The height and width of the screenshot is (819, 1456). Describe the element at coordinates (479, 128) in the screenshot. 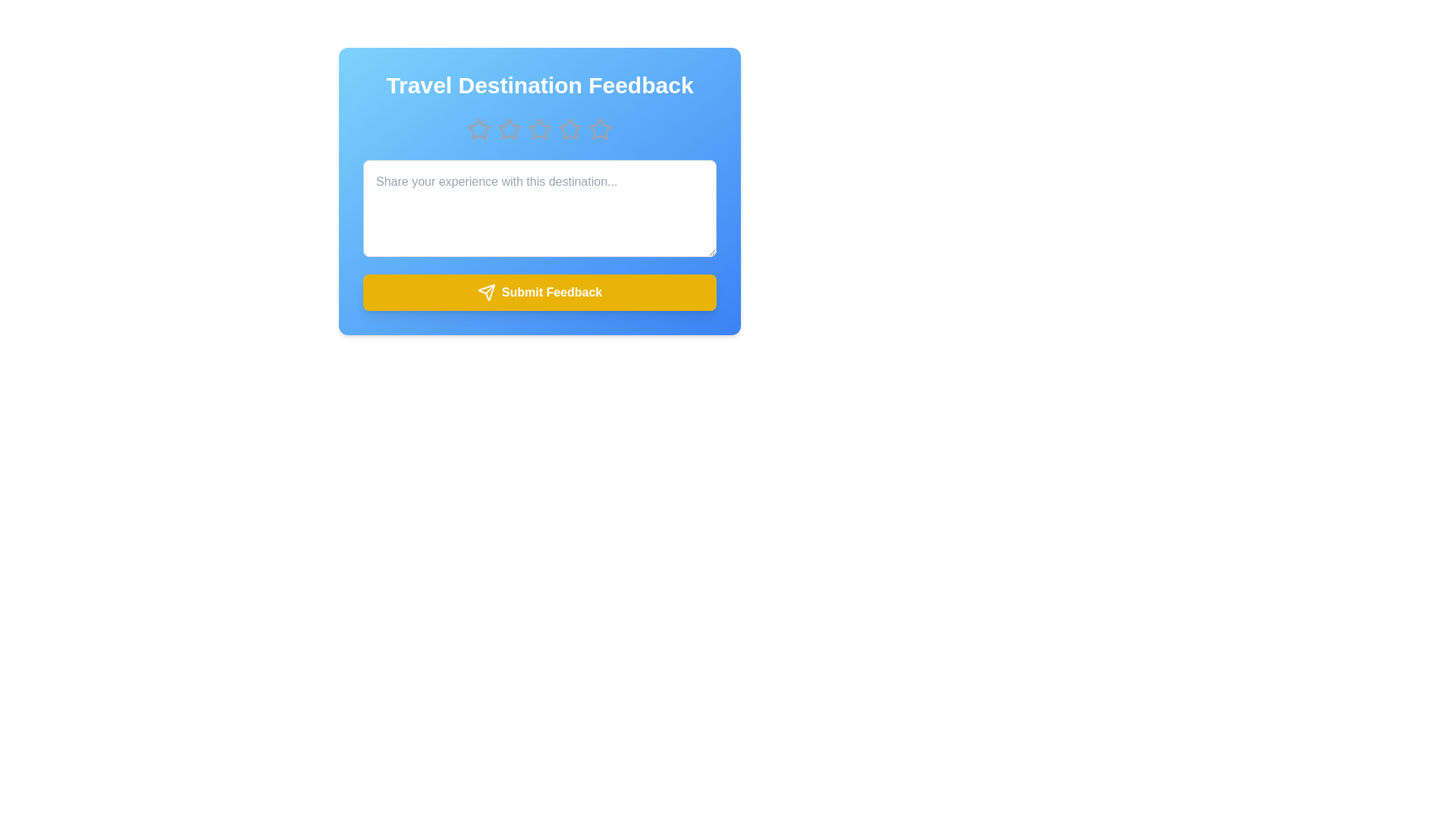

I see `the star corresponding to the desired rating 1` at that location.